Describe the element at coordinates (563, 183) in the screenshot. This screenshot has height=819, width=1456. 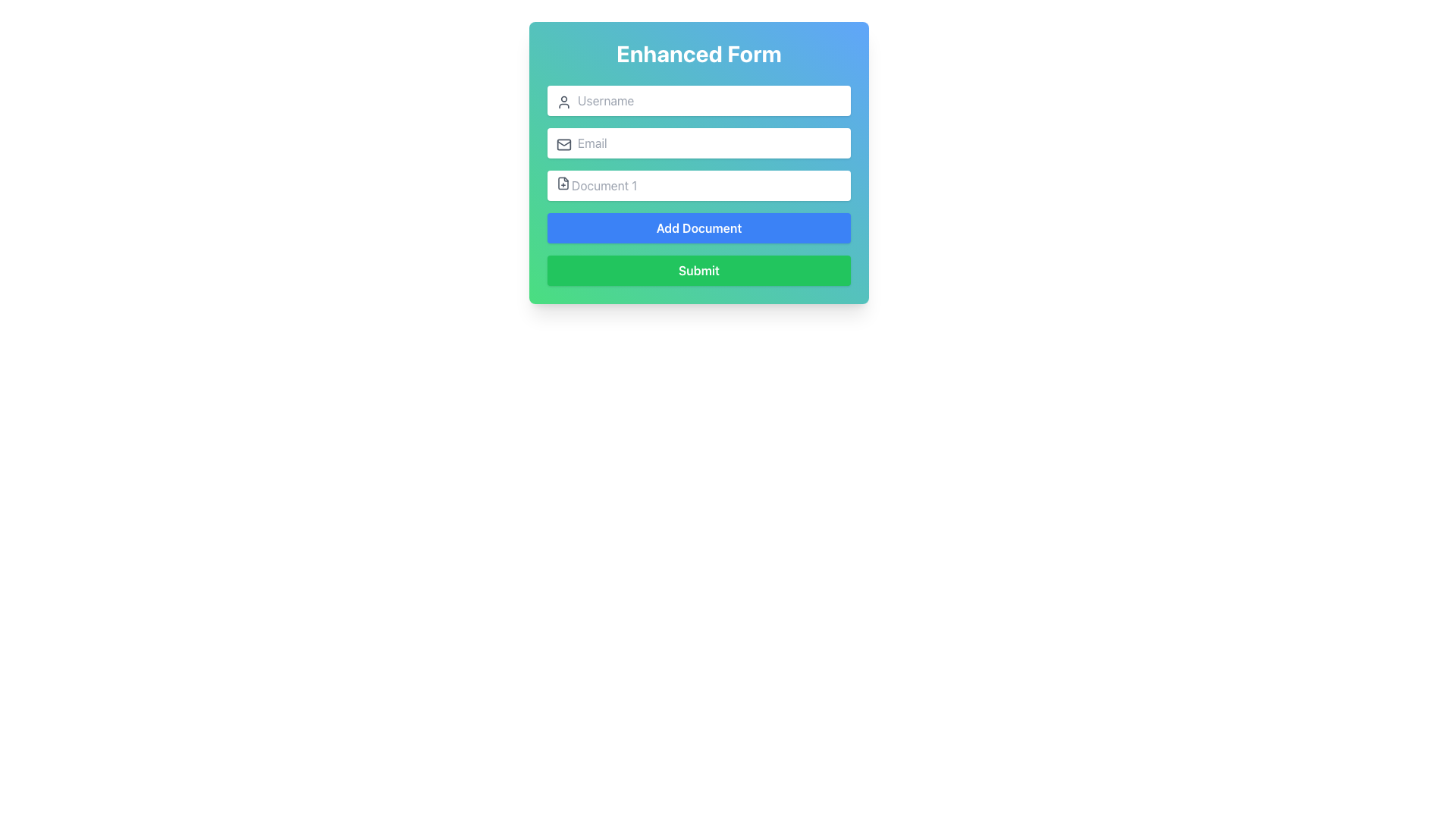
I see `the document outline icon with a plus mark located on the left side of the input field labeled 'Document 1'` at that location.